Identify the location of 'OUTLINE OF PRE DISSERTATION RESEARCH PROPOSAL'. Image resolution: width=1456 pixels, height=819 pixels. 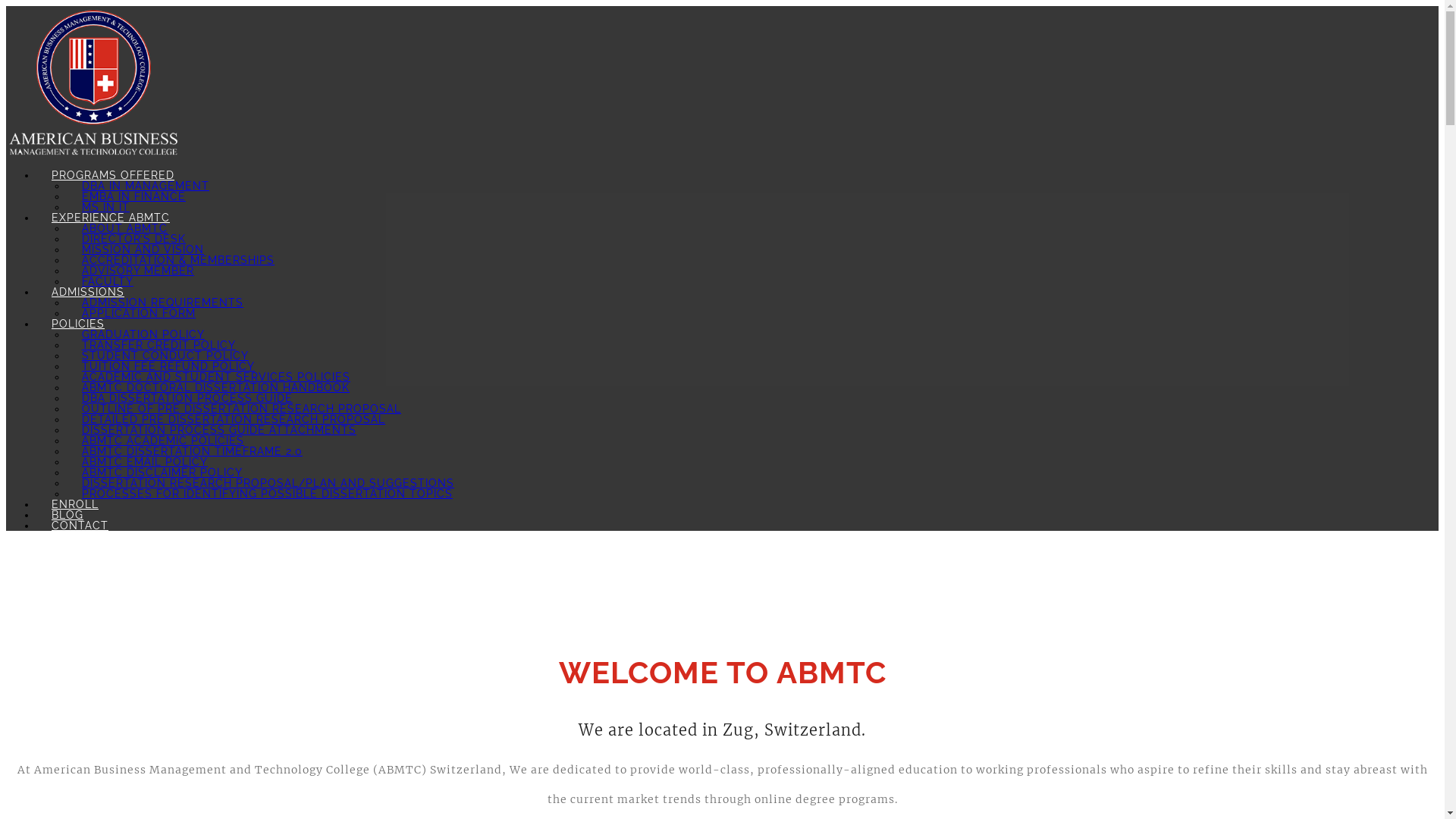
(240, 408).